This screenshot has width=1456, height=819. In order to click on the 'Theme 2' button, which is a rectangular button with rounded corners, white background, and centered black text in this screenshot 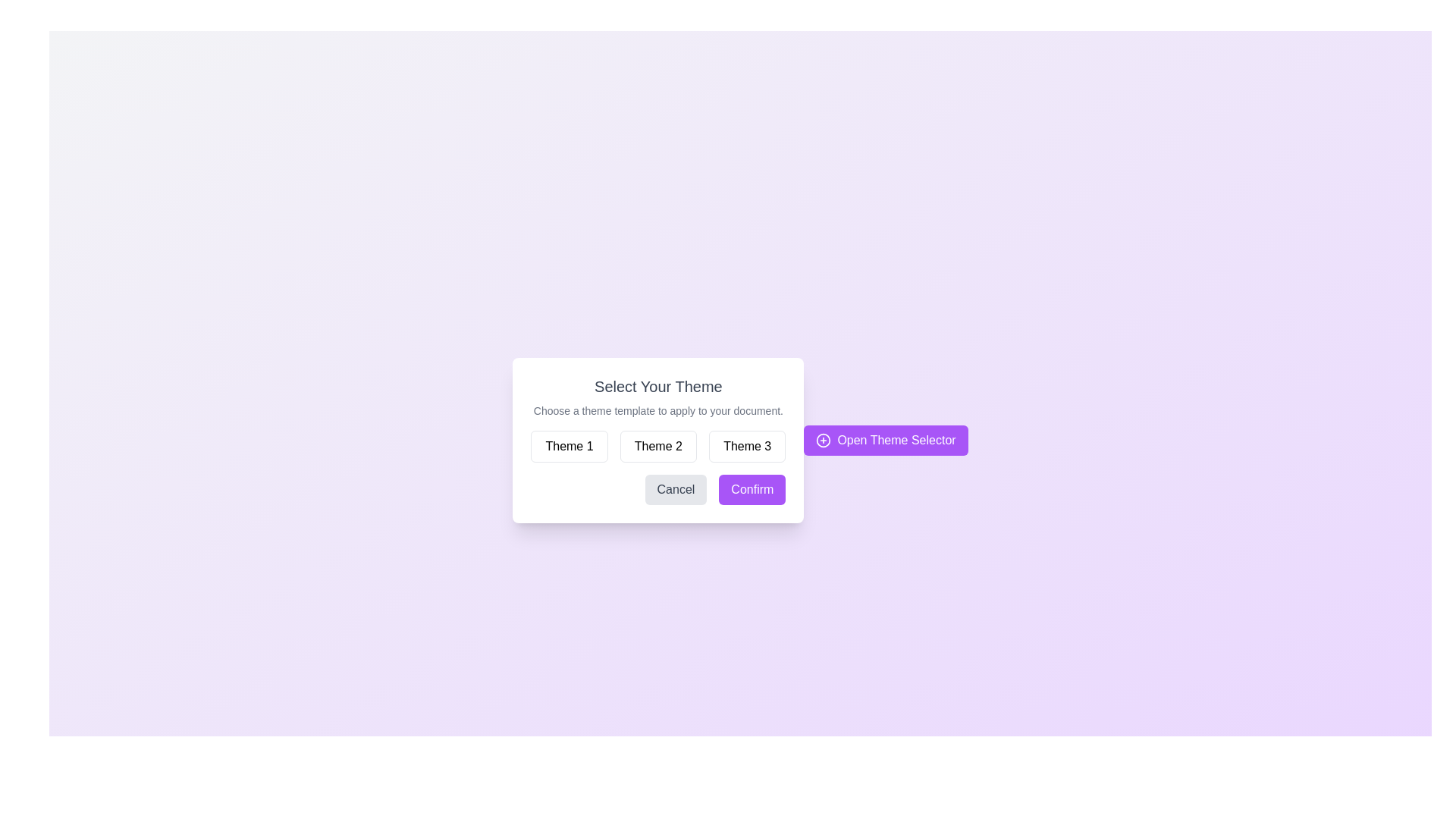, I will do `click(658, 446)`.